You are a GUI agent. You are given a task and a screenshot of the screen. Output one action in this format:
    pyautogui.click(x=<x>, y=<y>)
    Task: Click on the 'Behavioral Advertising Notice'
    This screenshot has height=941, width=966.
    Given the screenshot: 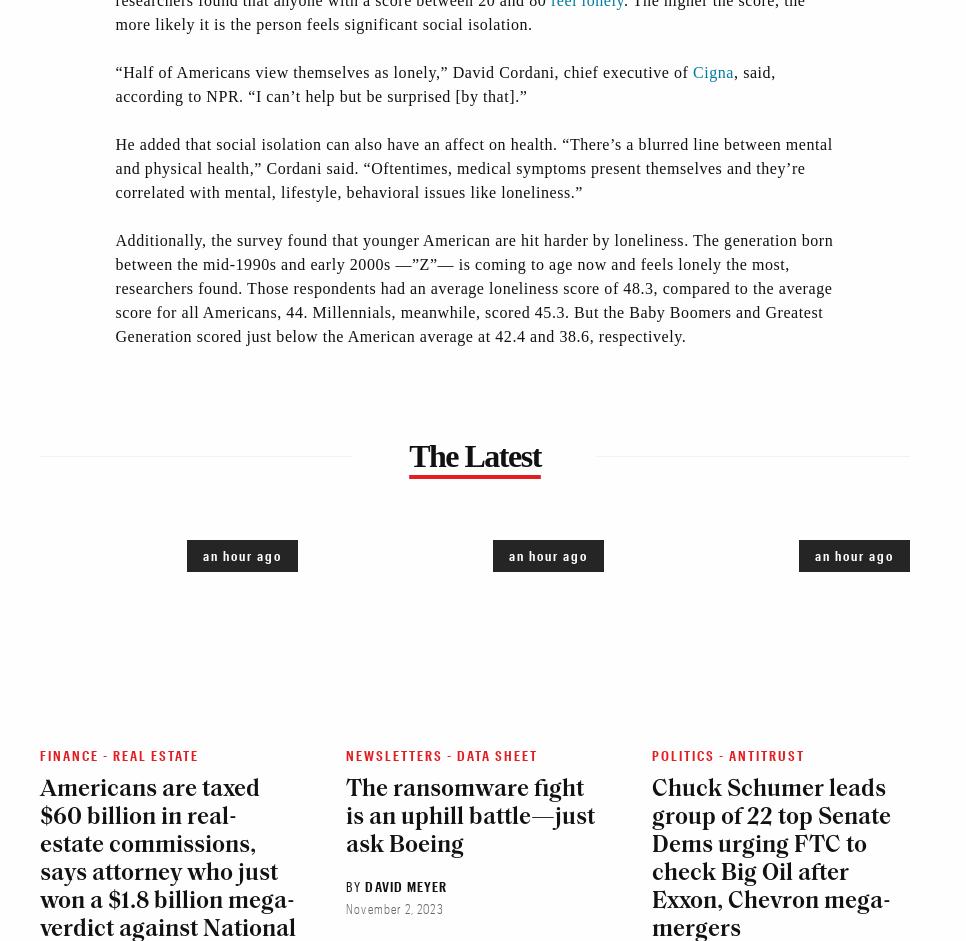 What is the action you would take?
    pyautogui.click(x=474, y=556)
    